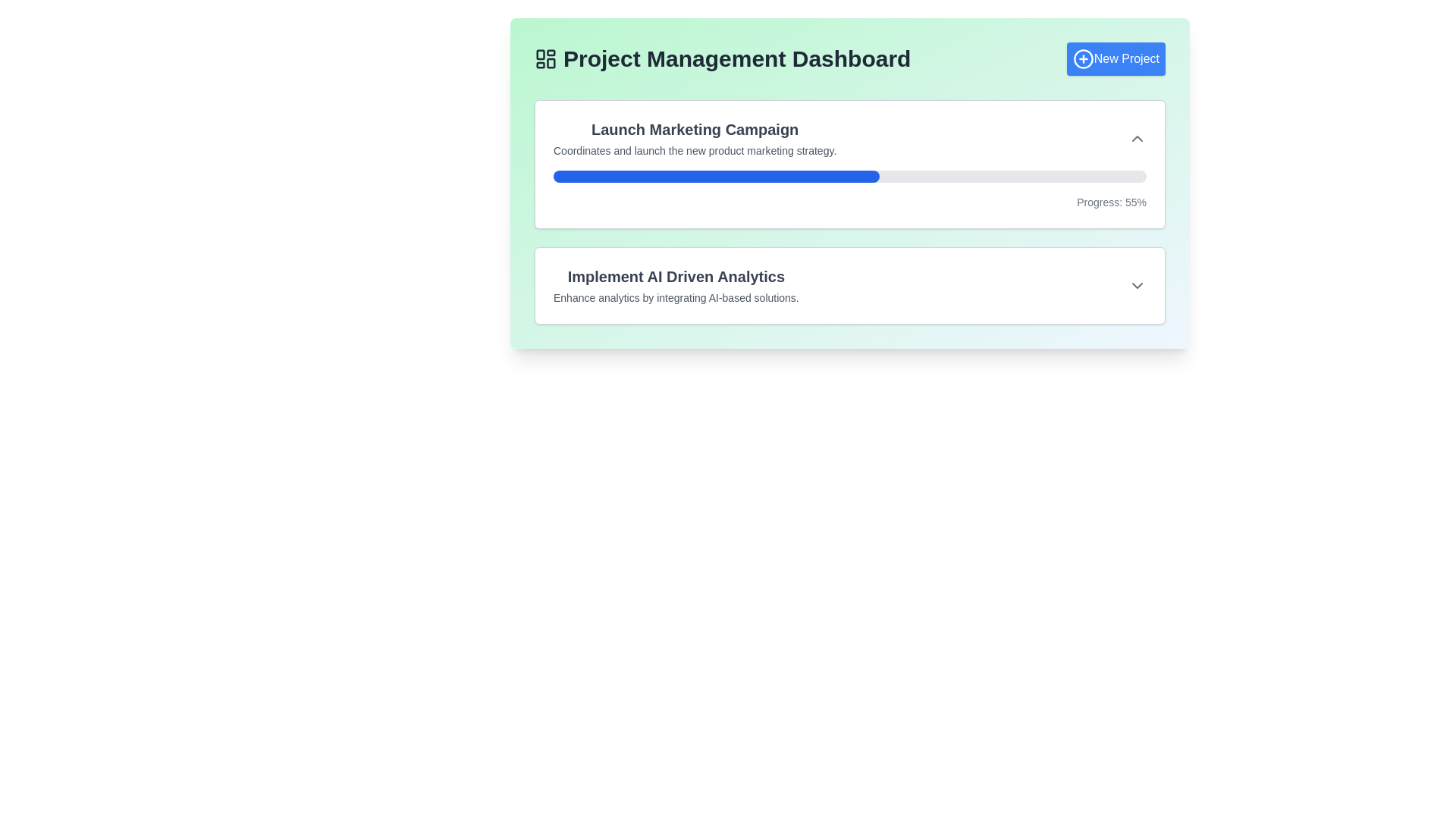 The width and height of the screenshot is (1456, 819). I want to click on the descriptive text element located directly below the heading 'Implement AI Driven Analytics', which provides additional context for the section, so click(675, 298).